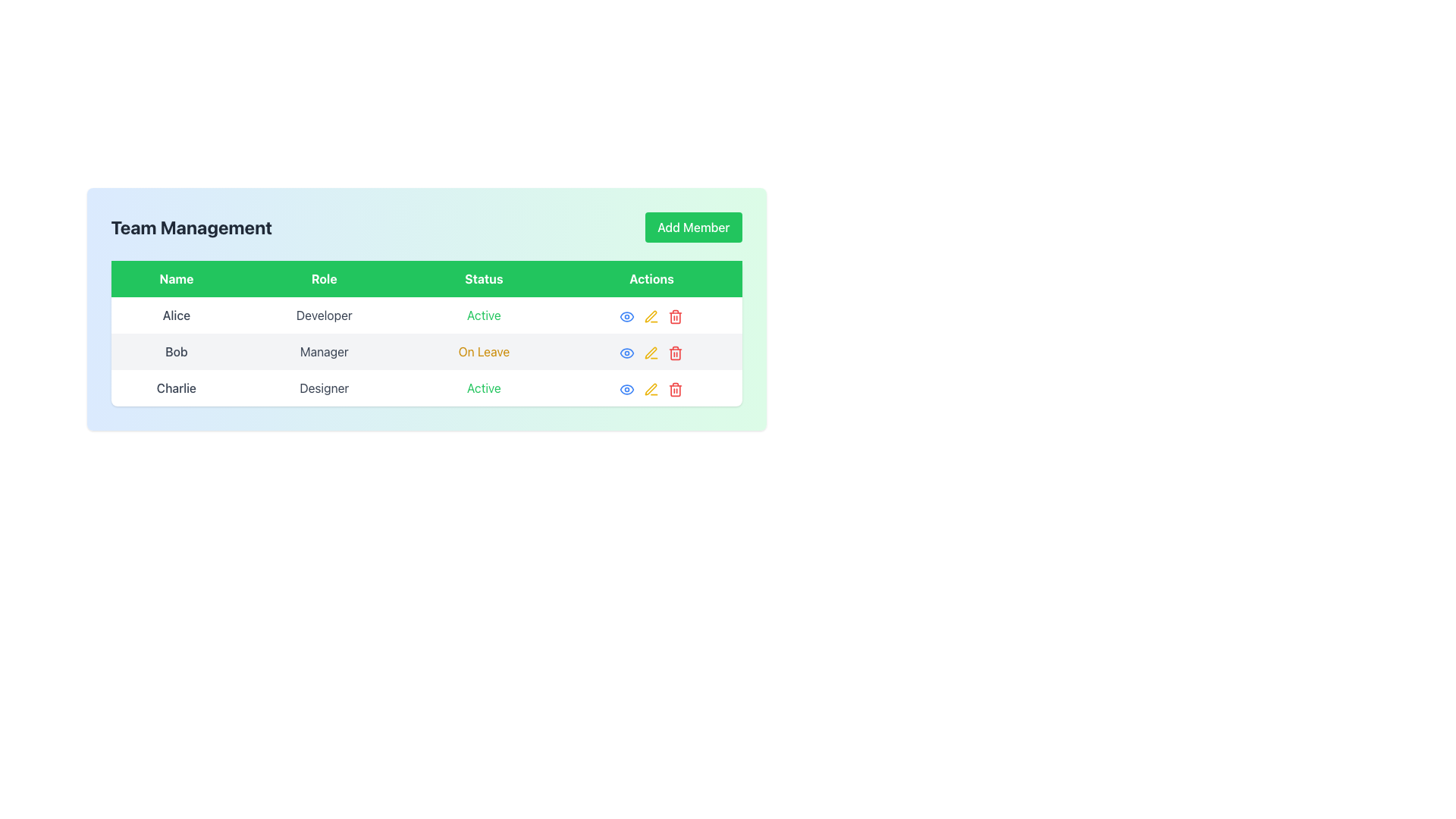 The width and height of the screenshot is (1456, 819). What do you see at coordinates (483, 351) in the screenshot?
I see `the Text Label indicating Bob's leave status in the 'Status' column of the table under 'Team Management'` at bounding box center [483, 351].